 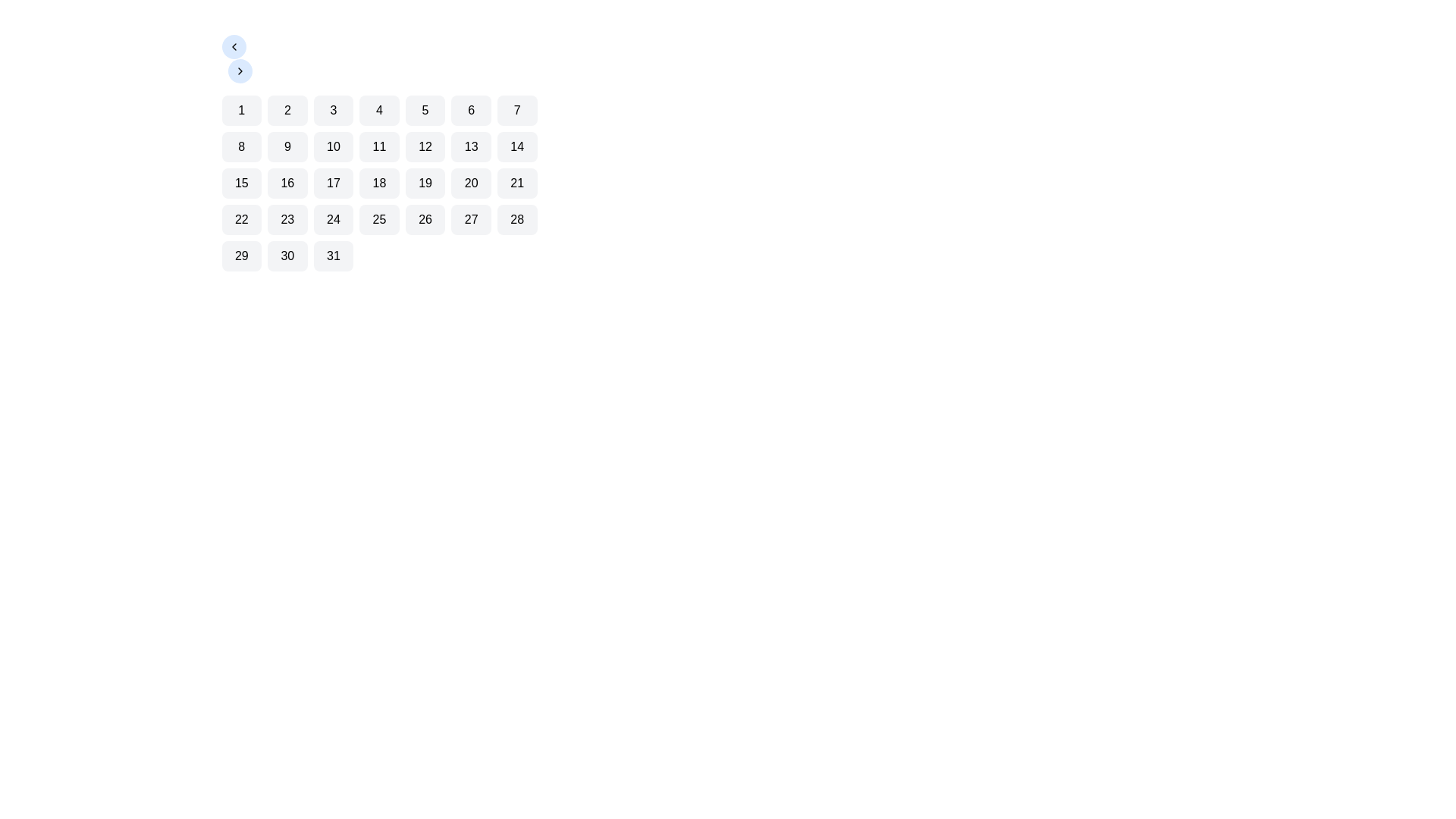 I want to click on the button displaying the number '21', which is a square-shaped element with rounded corners, located in the fourth row and seventh column of a grid, styled with a light gray background and bold black font, so click(x=517, y=183).